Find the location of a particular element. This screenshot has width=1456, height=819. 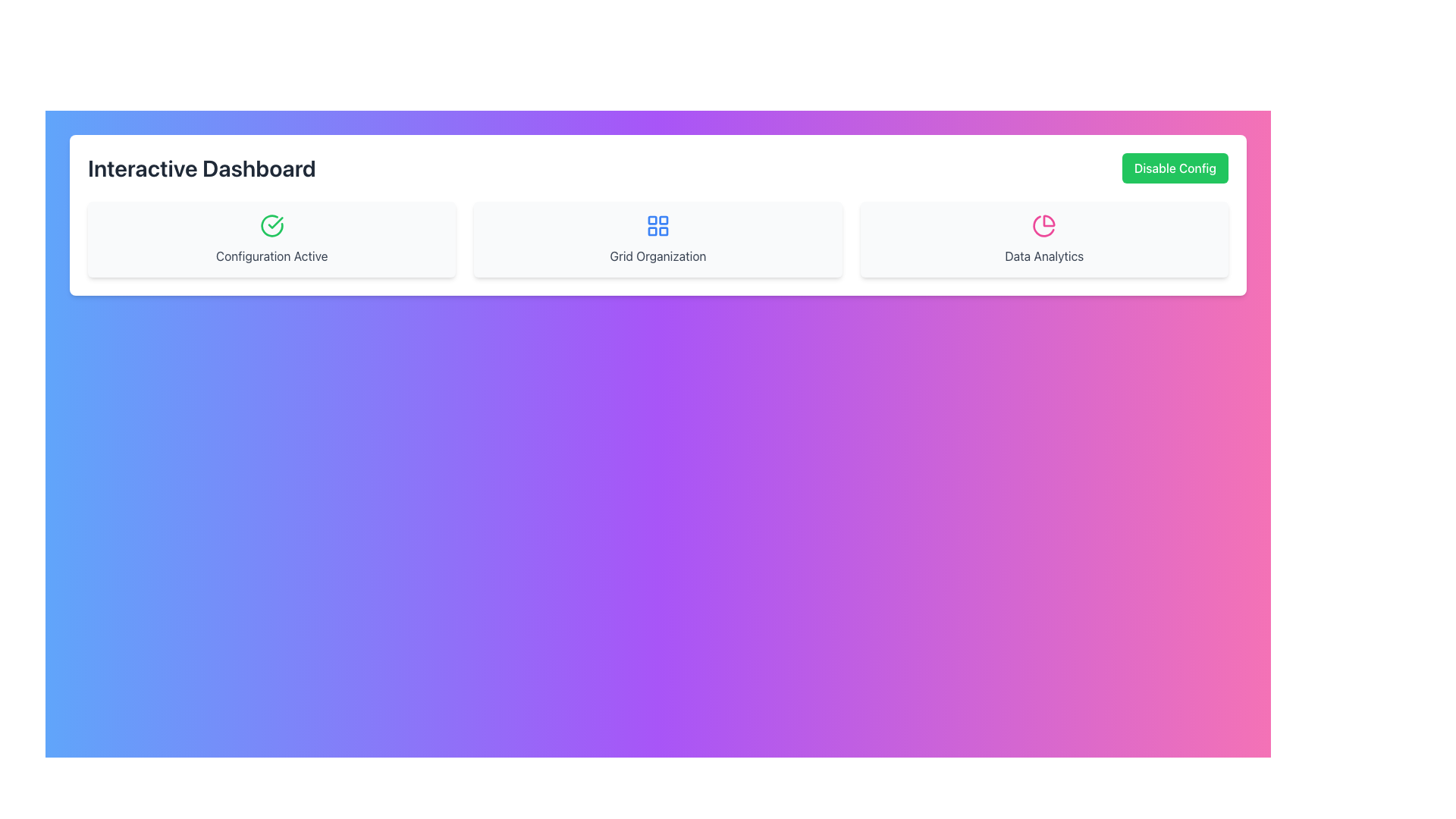

the green rectangular button labeled 'Disable Config' located at the top-right corner of the main interface is located at coordinates (1175, 168).